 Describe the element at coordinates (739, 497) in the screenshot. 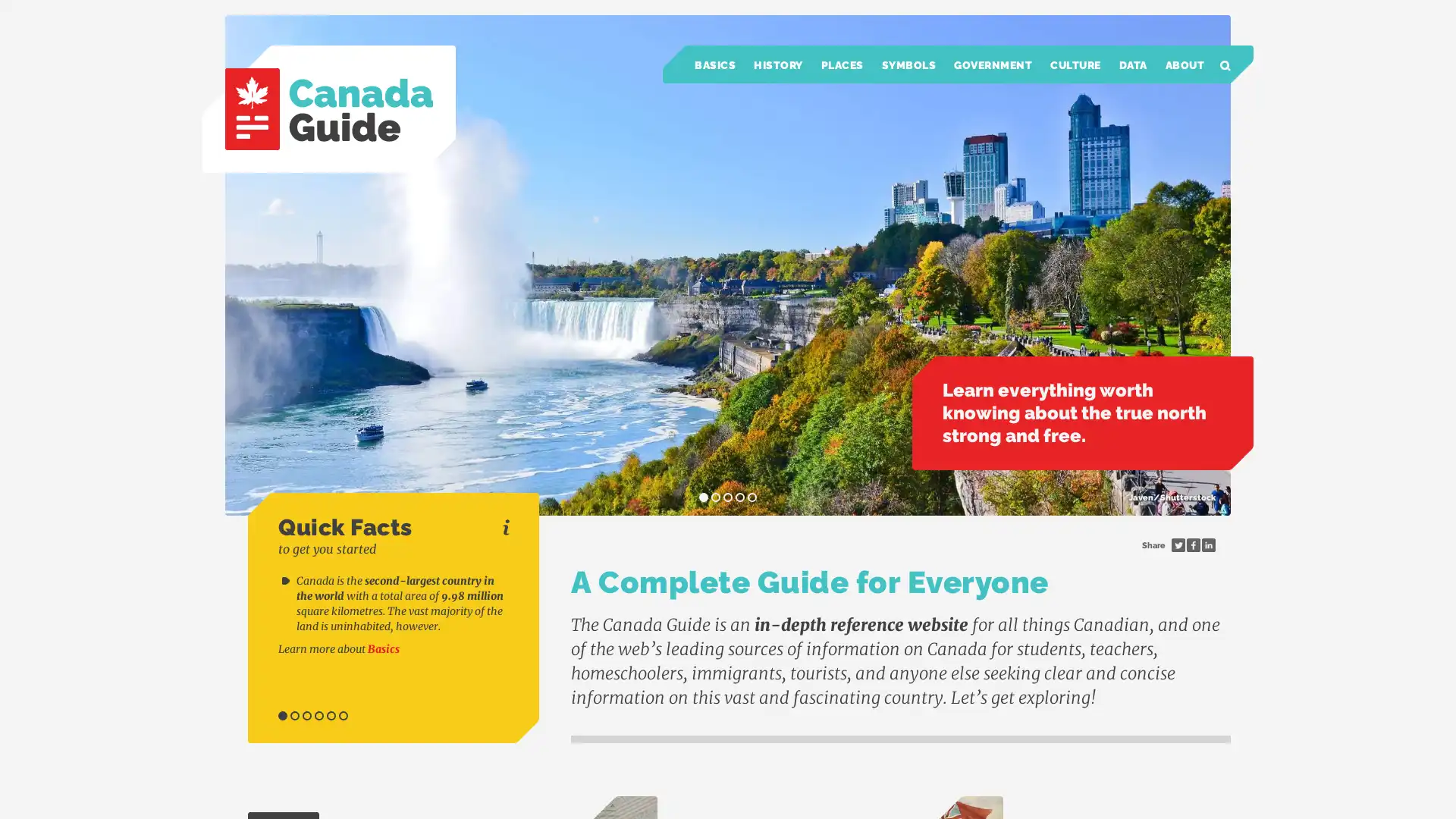

I see `Go to slide 4` at that location.